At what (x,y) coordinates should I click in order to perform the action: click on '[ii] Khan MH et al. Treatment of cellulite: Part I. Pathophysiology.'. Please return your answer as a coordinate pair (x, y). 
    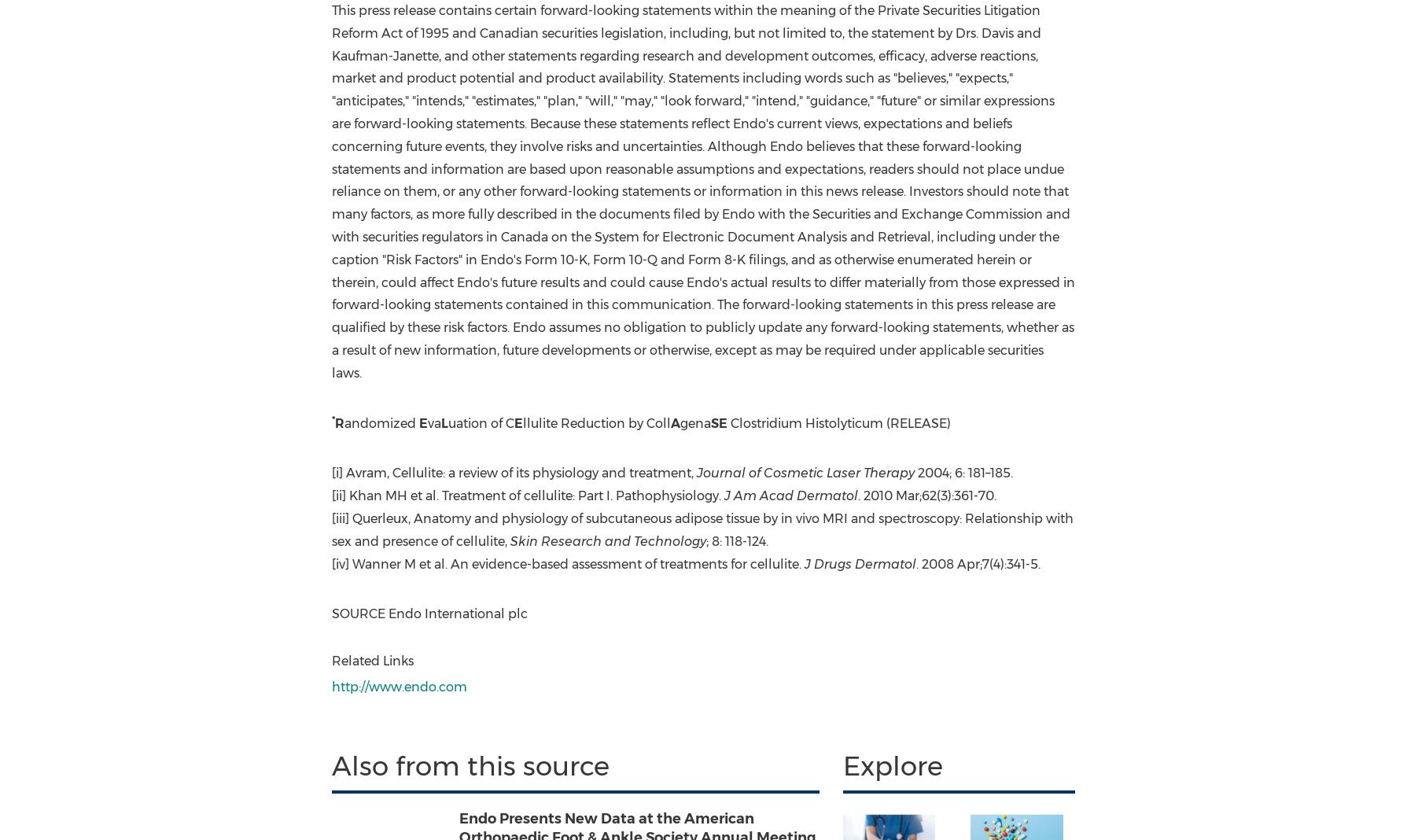
    Looking at the image, I should click on (528, 495).